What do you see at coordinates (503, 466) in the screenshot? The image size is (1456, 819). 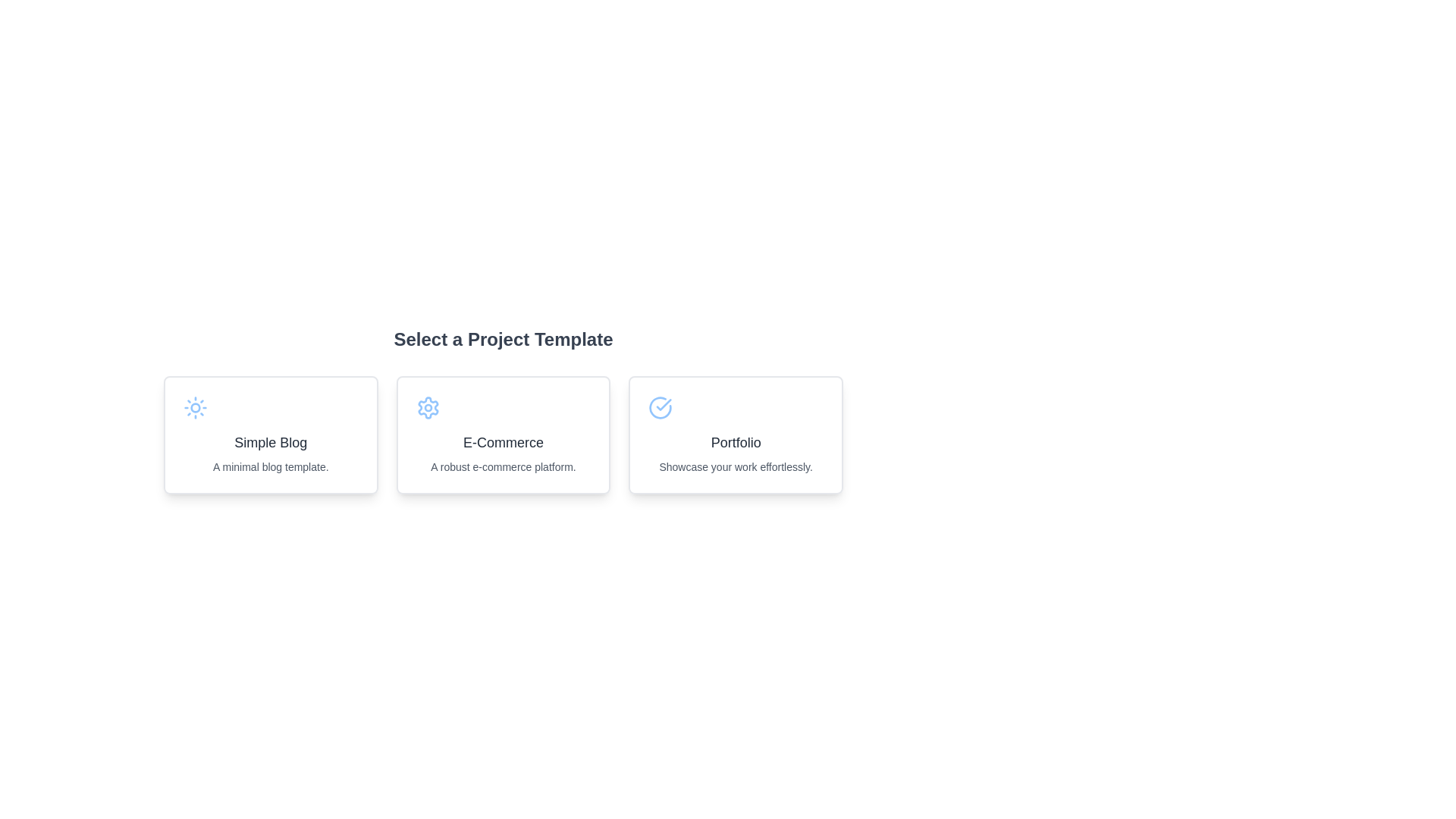 I see `descriptive text located at the bottom of the 'E-Commerce' template card in the interface` at bounding box center [503, 466].